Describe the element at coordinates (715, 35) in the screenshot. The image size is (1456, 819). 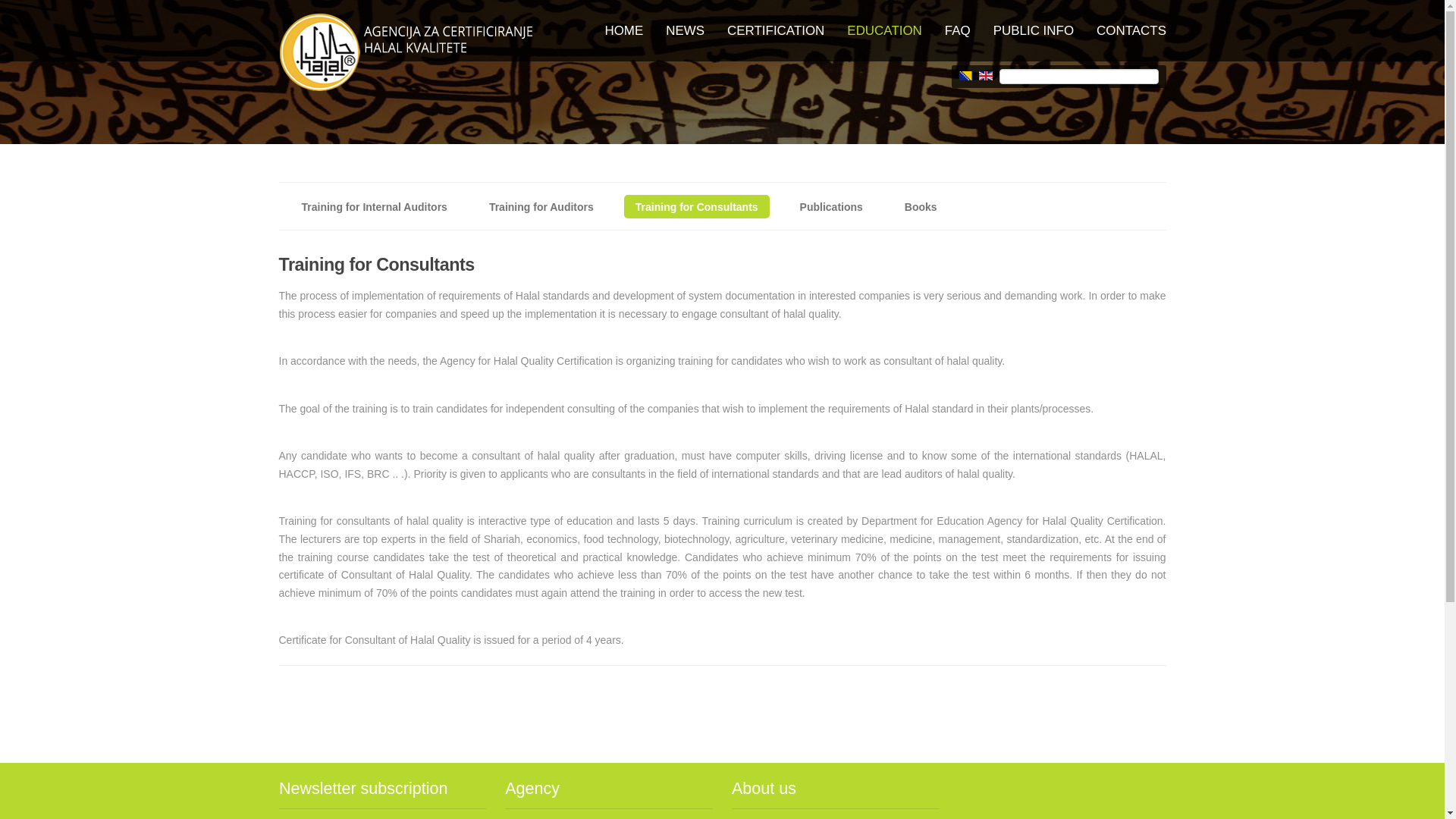
I see `'CERTIFICATION'` at that location.